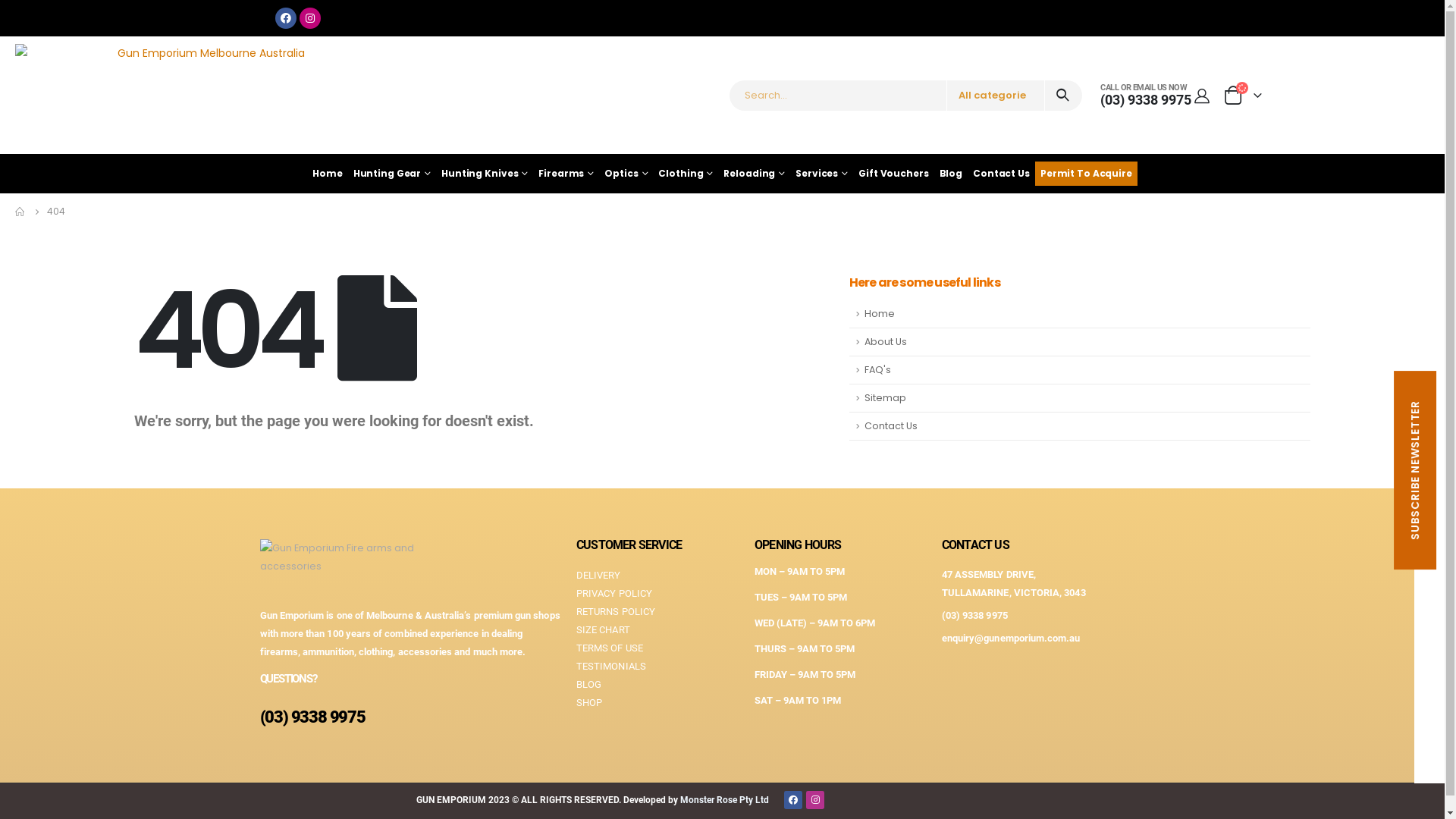  What do you see at coordinates (1079, 370) in the screenshot?
I see `'FAQ's'` at bounding box center [1079, 370].